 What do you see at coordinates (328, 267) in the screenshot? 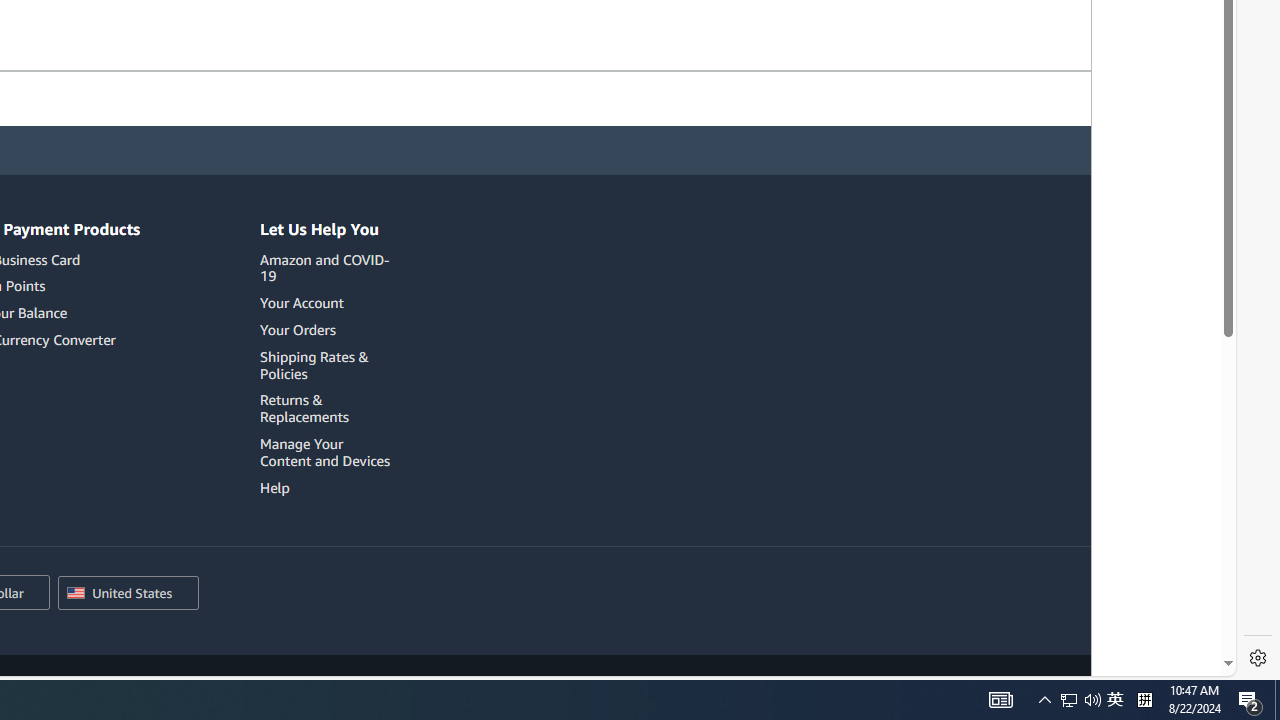
I see `'Amazon and COVID-19'` at bounding box center [328, 267].